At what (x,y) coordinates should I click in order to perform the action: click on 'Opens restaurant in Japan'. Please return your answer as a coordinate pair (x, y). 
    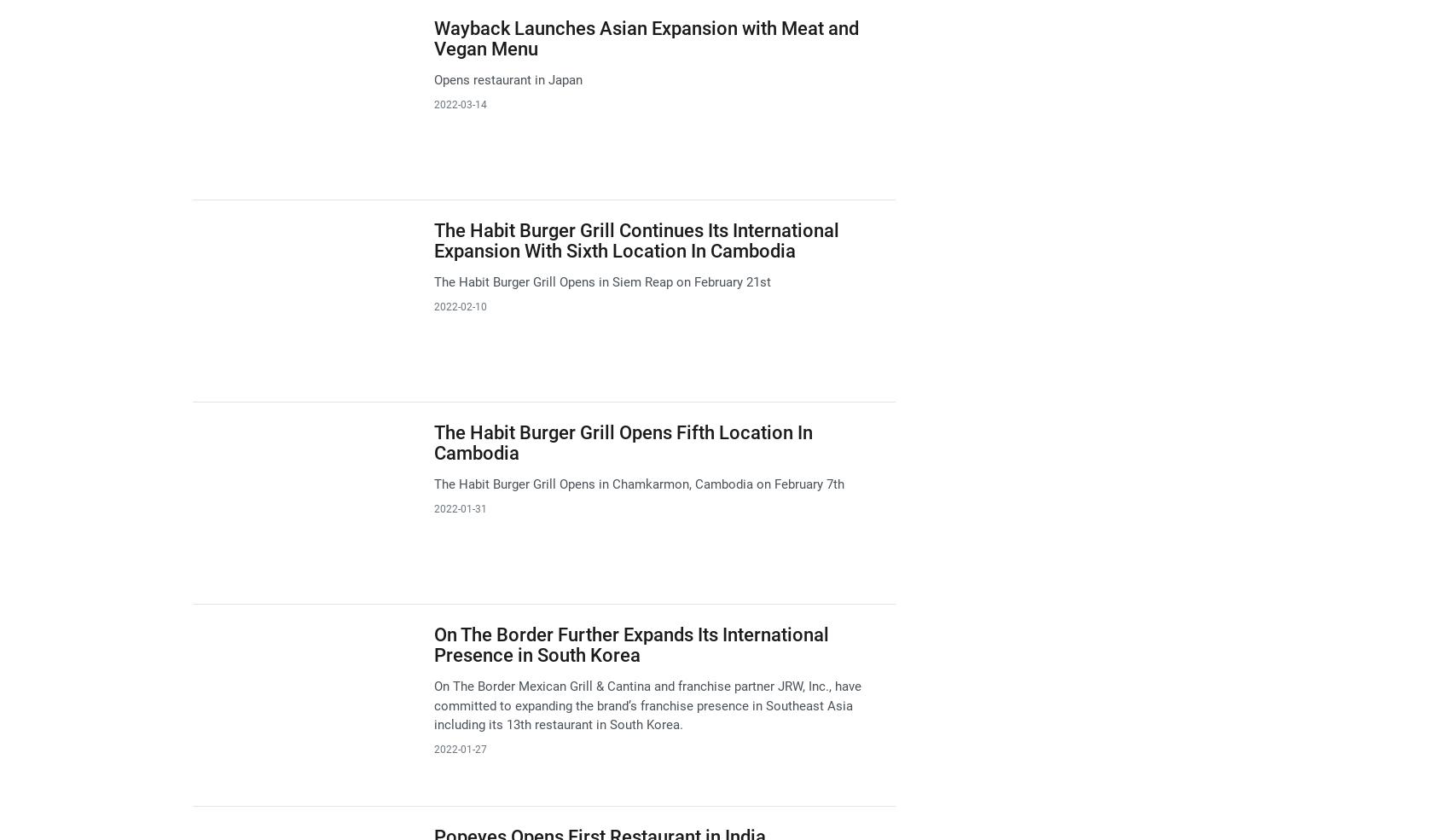
    Looking at the image, I should click on (507, 78).